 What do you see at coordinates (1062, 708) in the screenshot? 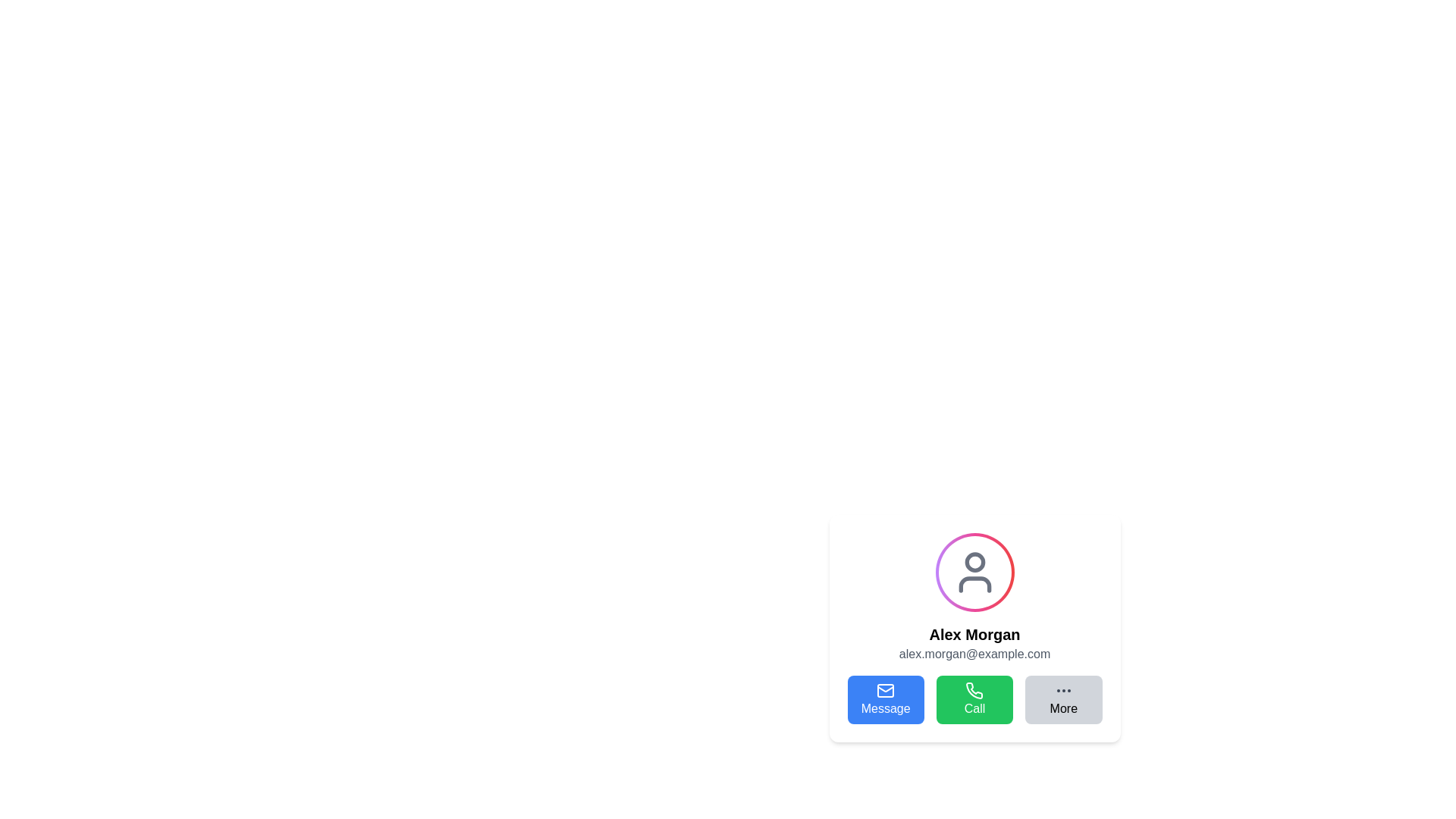
I see `the 'More' label located at the bottom-right corner of the card layout, beneath the button with three horizontal dots` at bounding box center [1062, 708].